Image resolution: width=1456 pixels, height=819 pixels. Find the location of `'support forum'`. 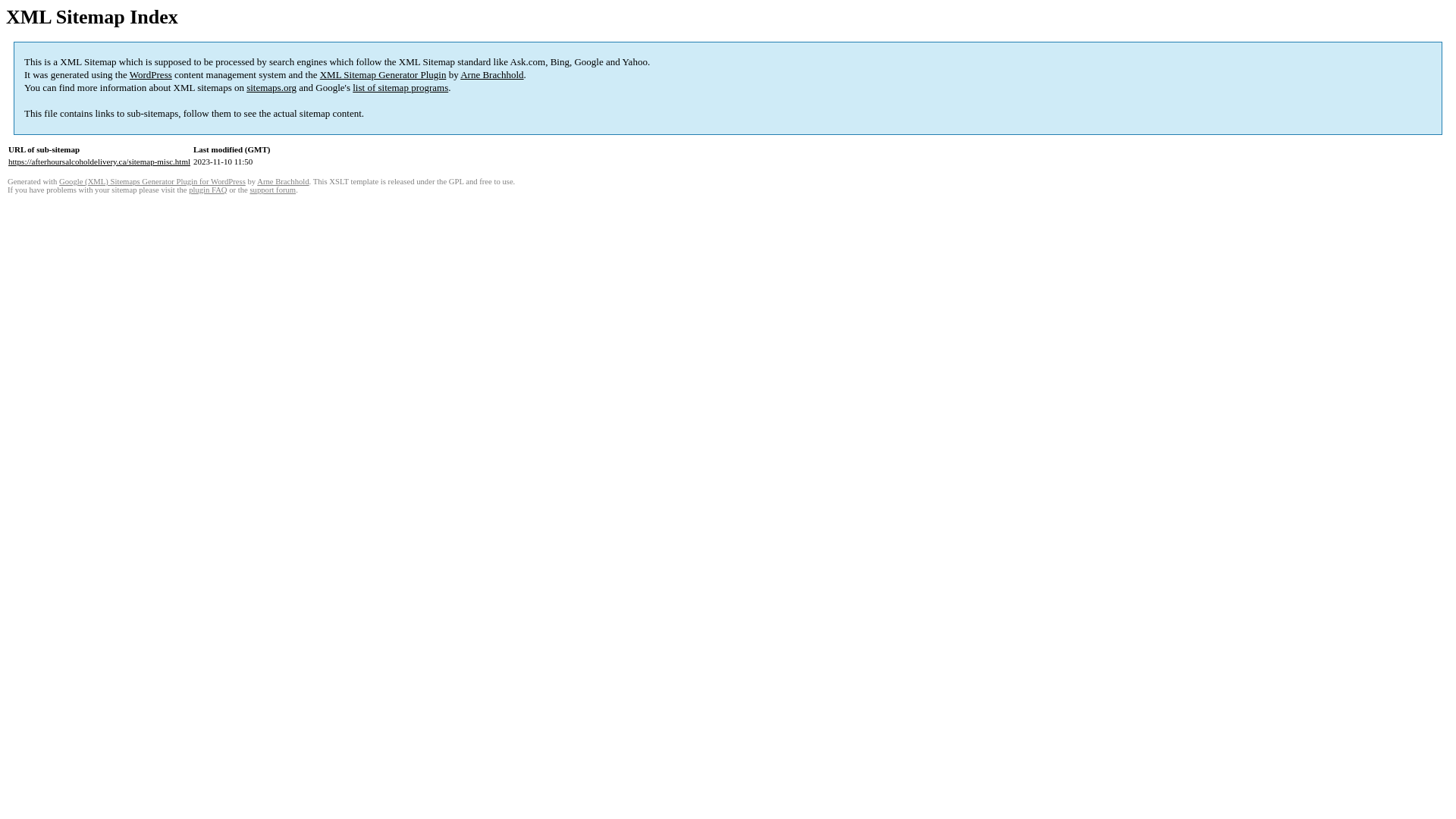

'support forum' is located at coordinates (249, 189).